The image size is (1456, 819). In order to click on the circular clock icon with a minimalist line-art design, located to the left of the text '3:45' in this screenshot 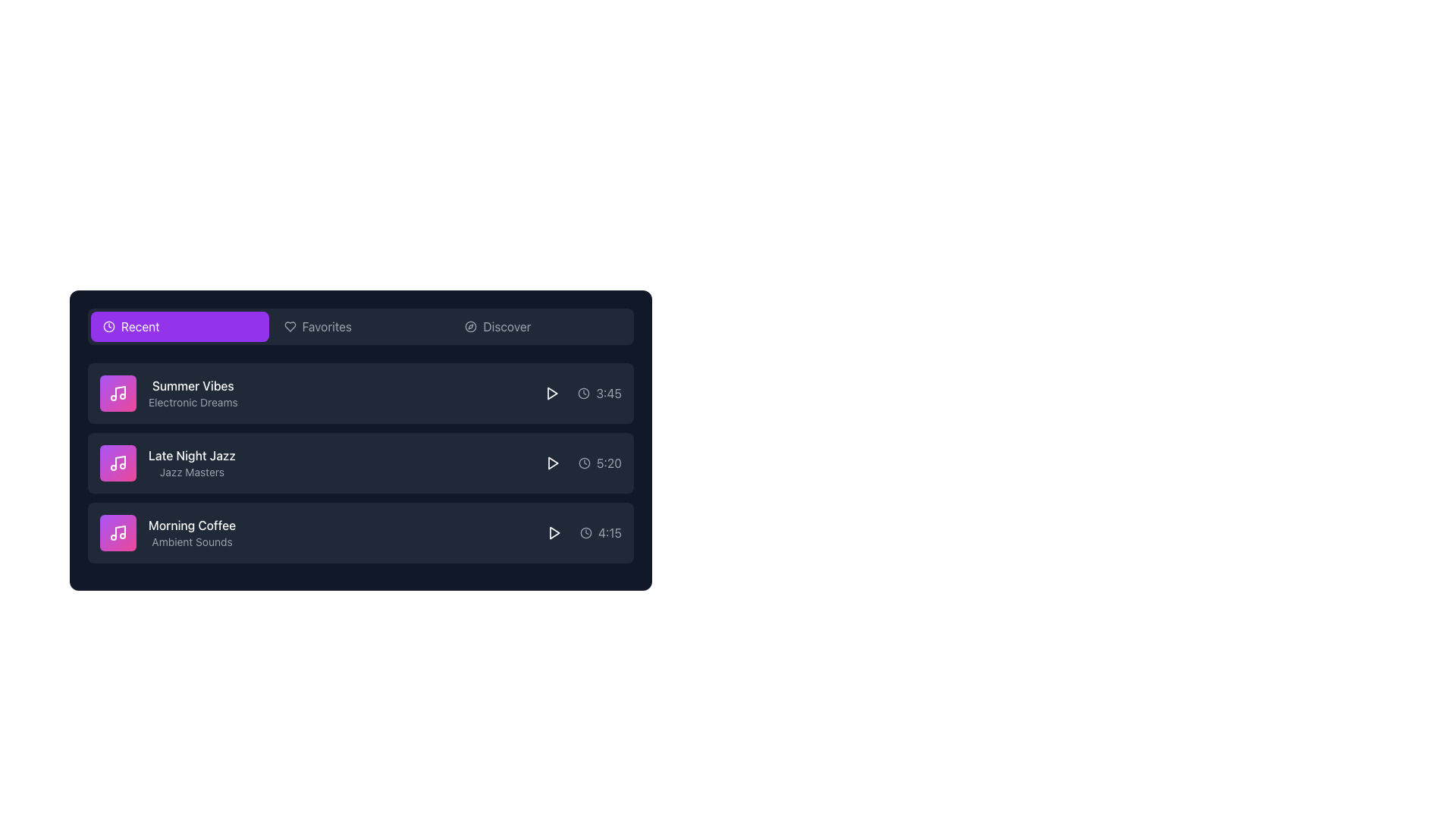, I will do `click(583, 393)`.